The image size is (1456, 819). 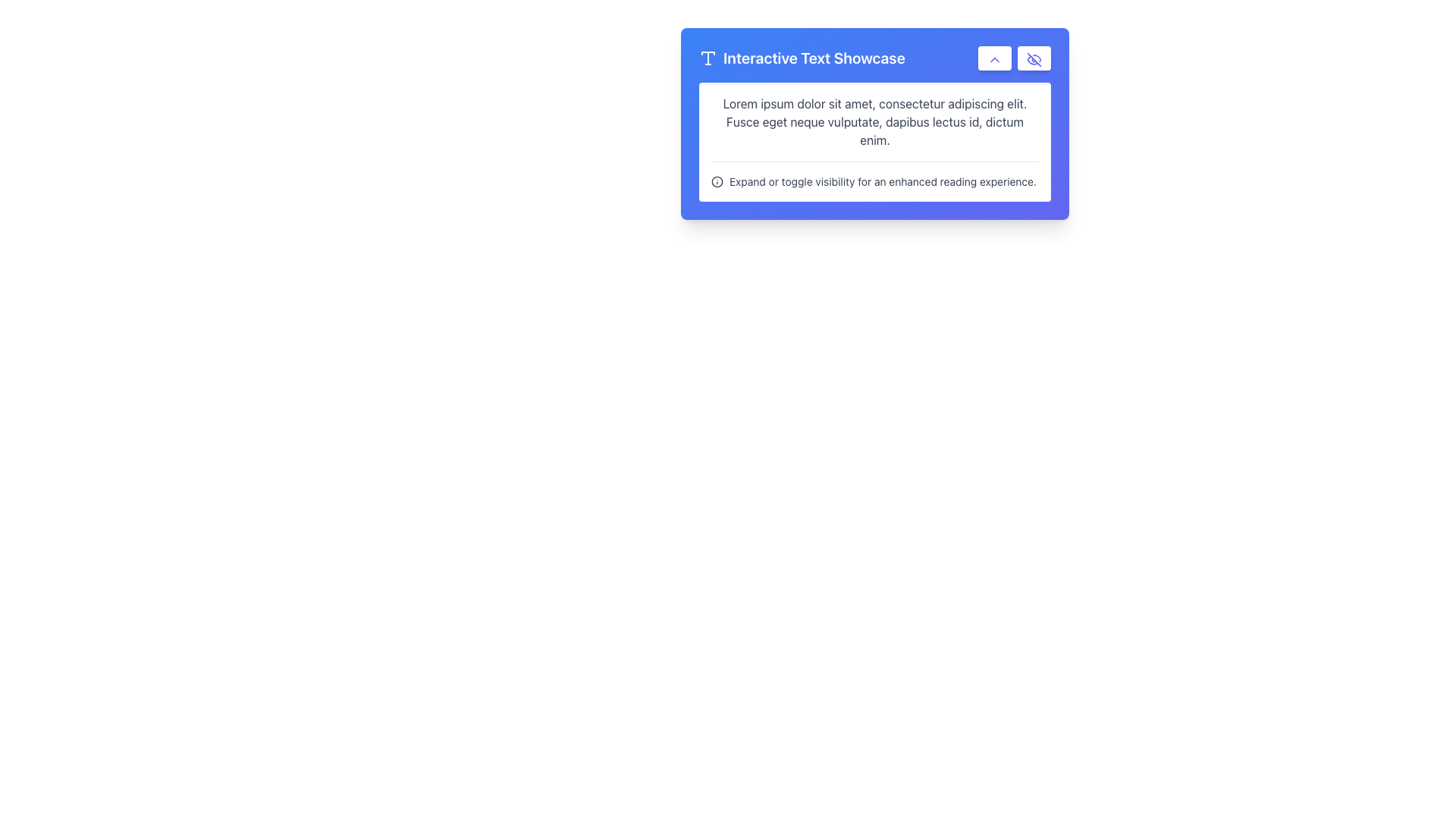 What do you see at coordinates (801, 58) in the screenshot?
I see `the 'Interactive Text Showcase' label, which serves as a title in the header of the interface, aligned with an SVG icon and interactive buttons` at bounding box center [801, 58].